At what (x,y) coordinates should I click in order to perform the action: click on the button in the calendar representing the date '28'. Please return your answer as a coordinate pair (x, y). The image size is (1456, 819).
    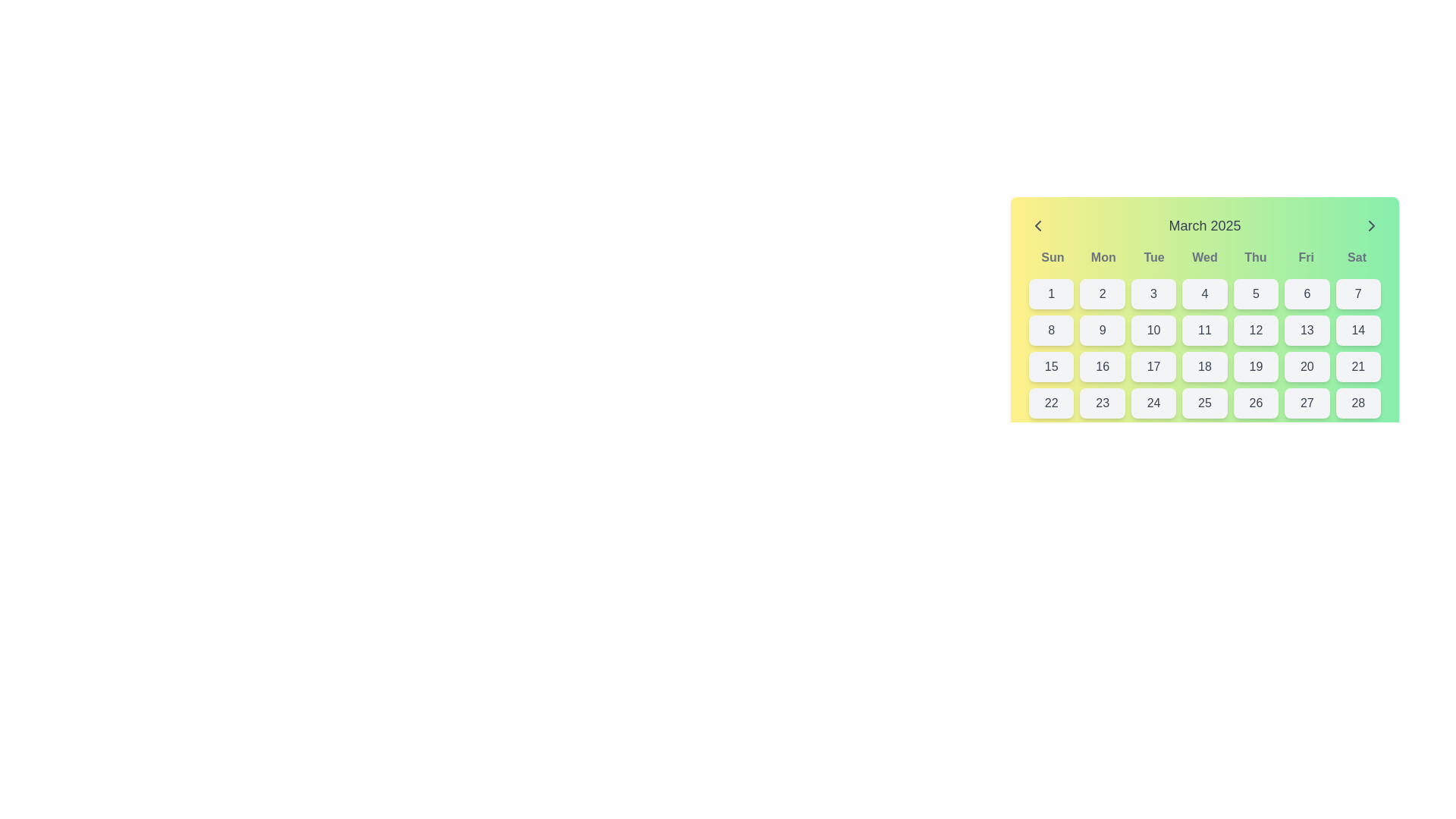
    Looking at the image, I should click on (1358, 403).